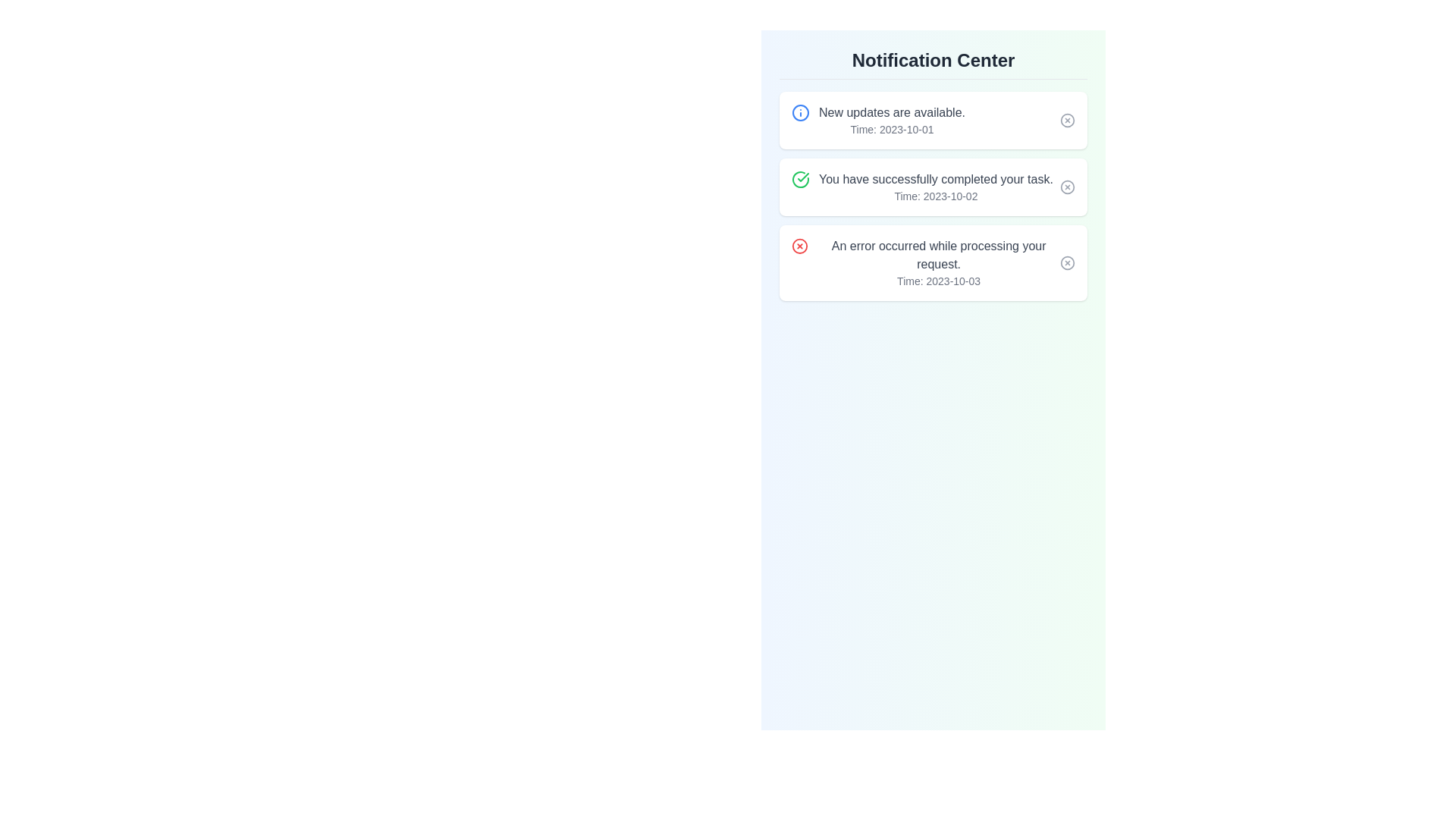 The width and height of the screenshot is (1456, 819). Describe the element at coordinates (935, 195) in the screenshot. I see `the static text label displaying the date 'Time: 2023-10-02' located in the third notification box of the 'Notification Center'` at that location.